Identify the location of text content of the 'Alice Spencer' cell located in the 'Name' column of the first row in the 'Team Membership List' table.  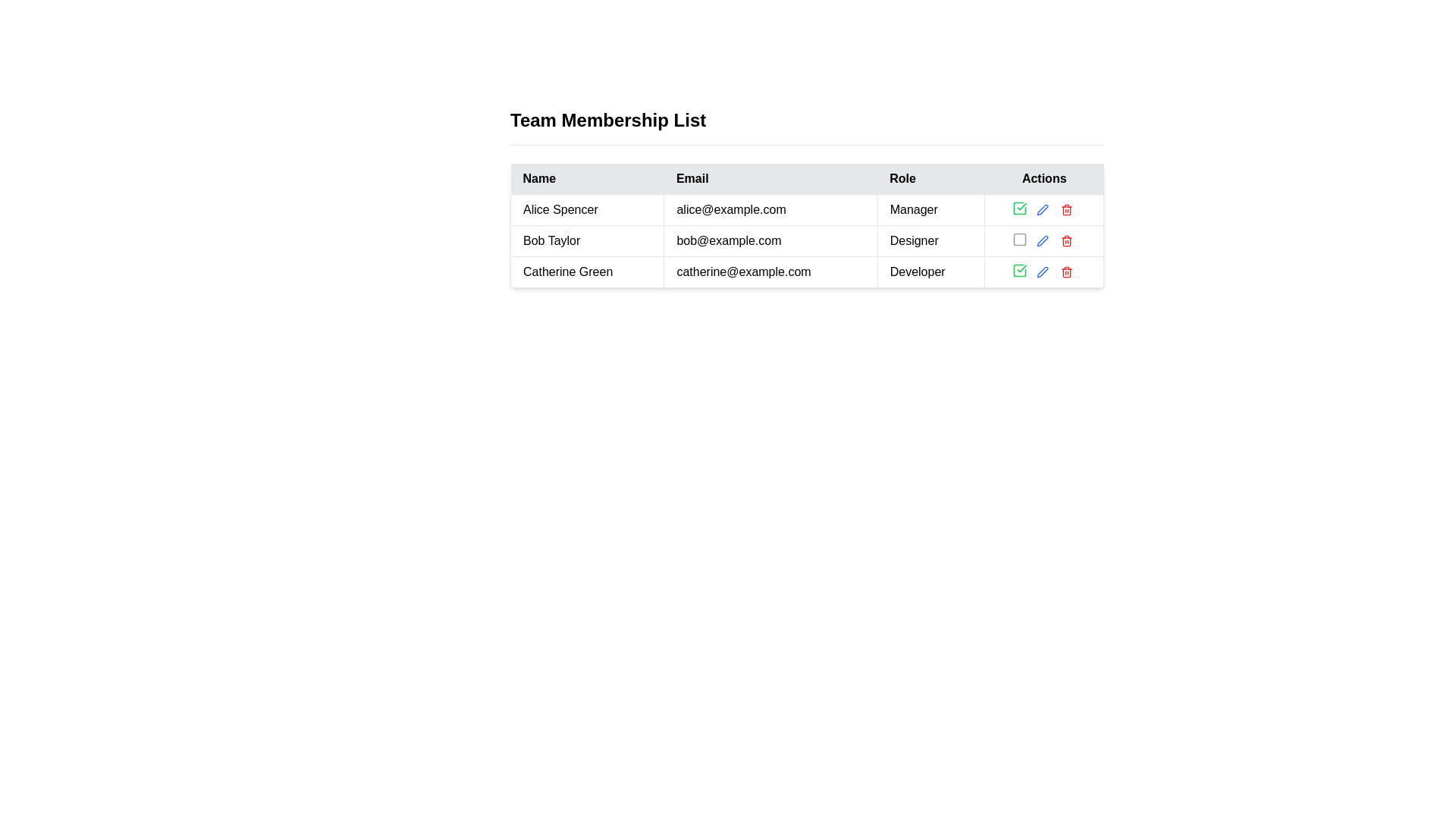
(586, 210).